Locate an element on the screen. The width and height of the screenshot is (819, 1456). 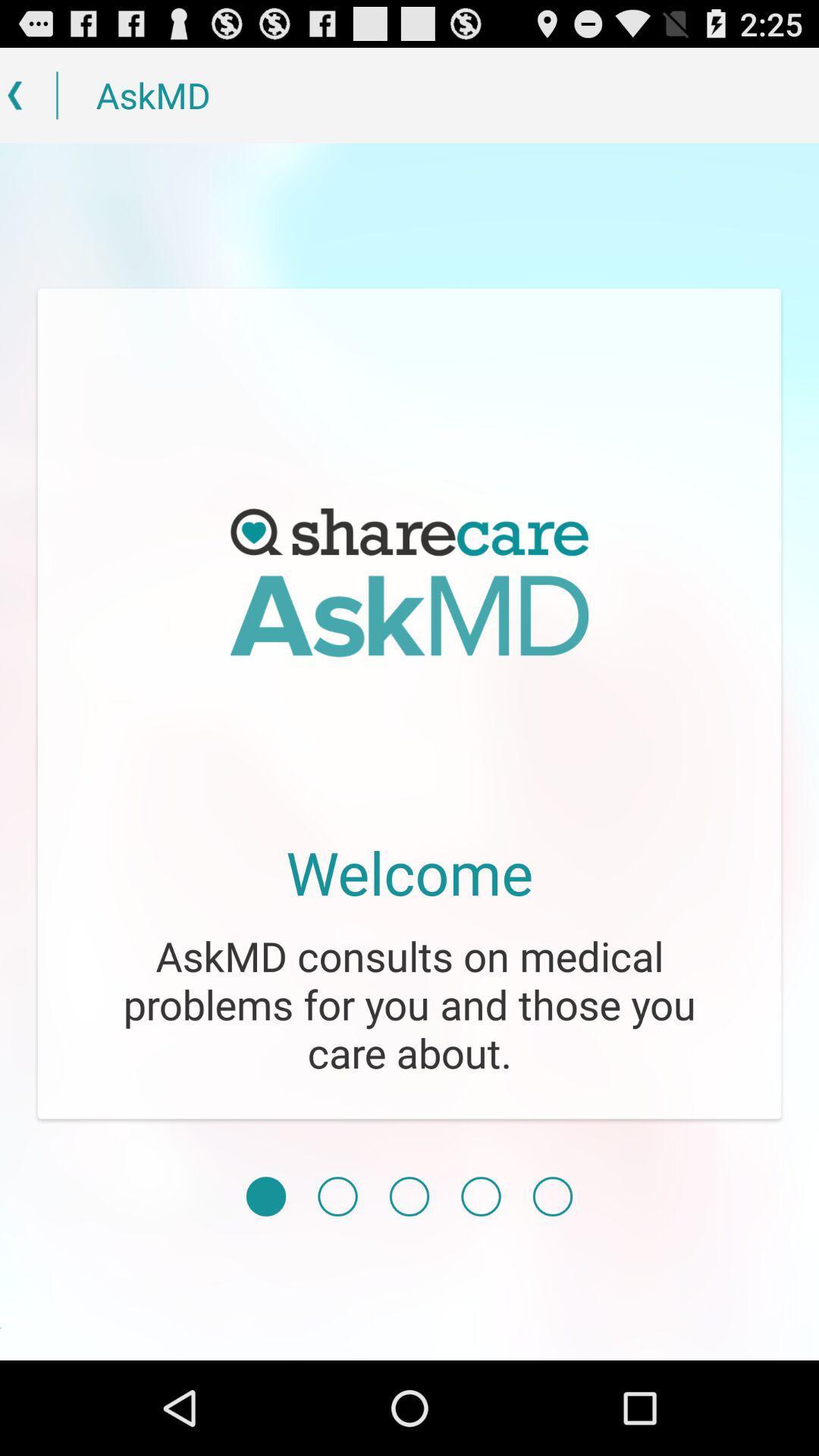
the next page is located at coordinates (337, 1196).